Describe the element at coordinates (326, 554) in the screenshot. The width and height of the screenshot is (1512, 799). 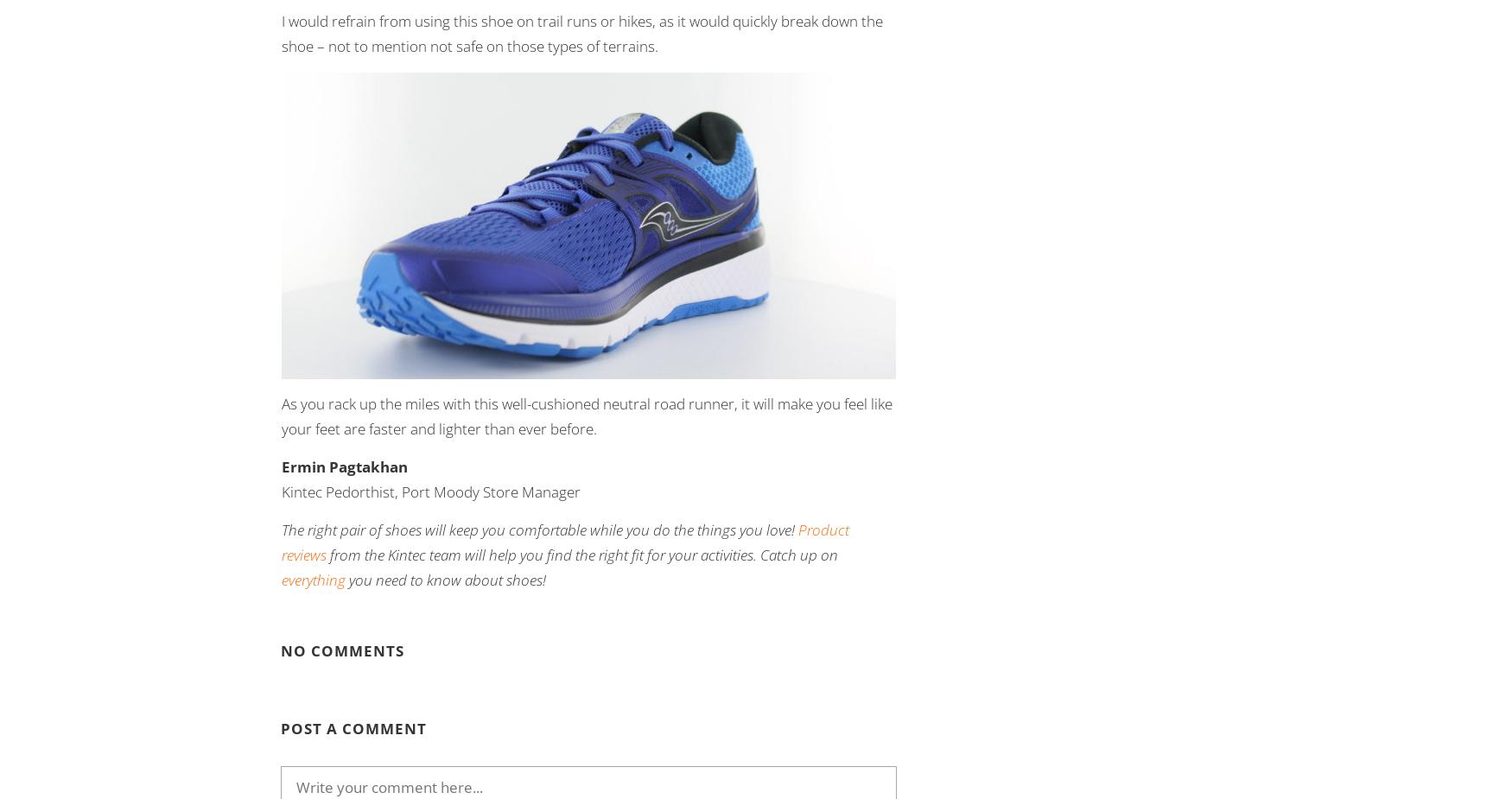
I see `'from the Kintec team will help you find the right fit for your activities. Catch up on'` at that location.